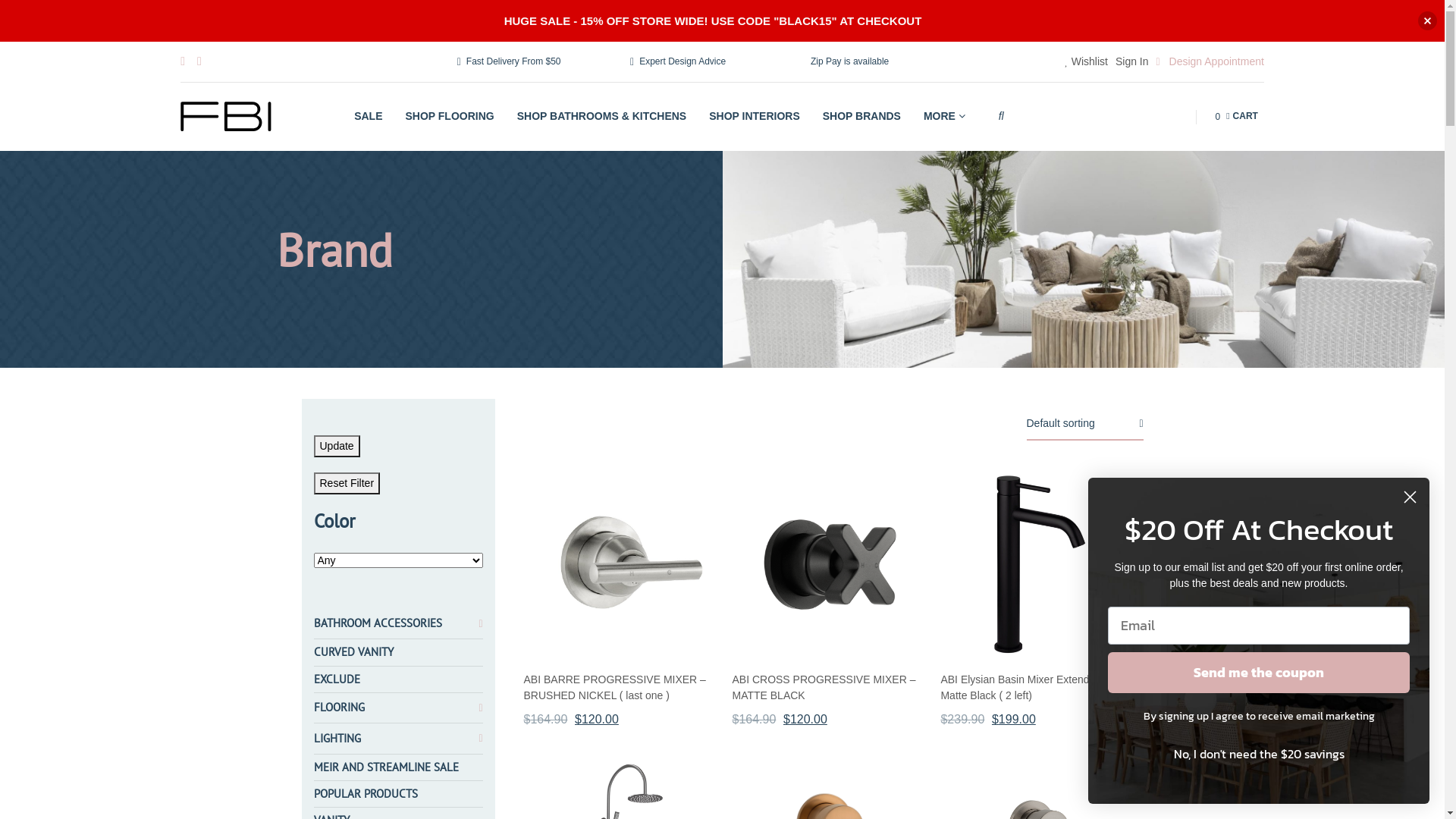  Describe the element at coordinates (1107, 752) in the screenshot. I see `'No, I don't need the $20 savings'` at that location.